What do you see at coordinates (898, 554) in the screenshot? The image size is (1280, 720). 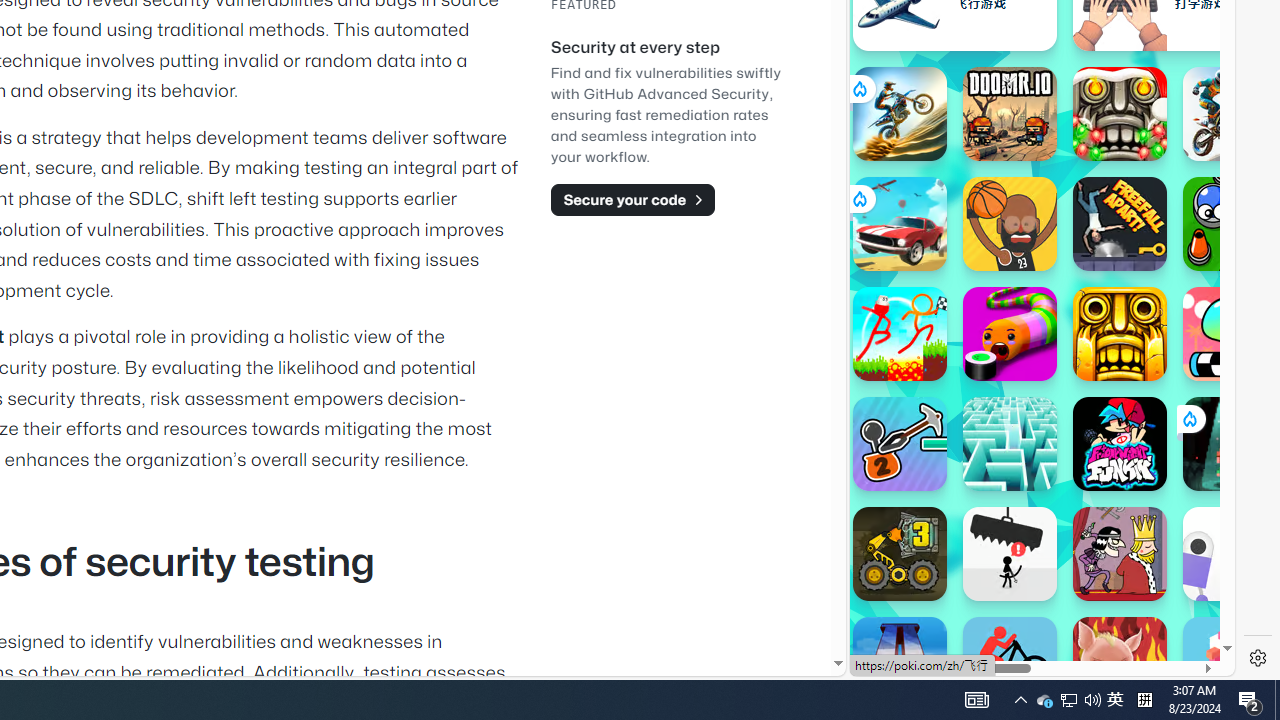 I see `'BoxRob 3 BoxRob 3'` at bounding box center [898, 554].